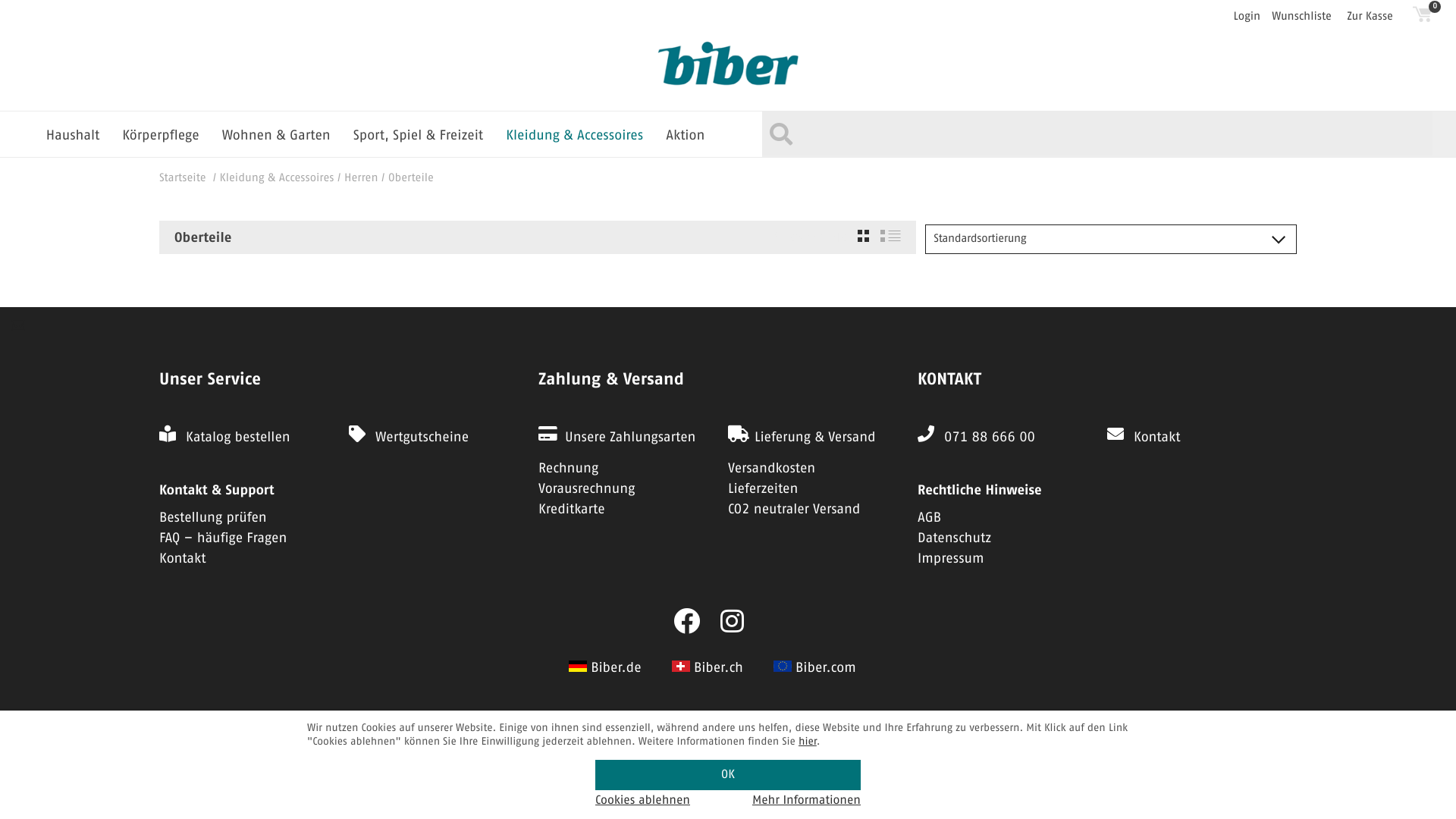 The width and height of the screenshot is (1456, 819). I want to click on 'Cookies ablehnen', so click(642, 800).